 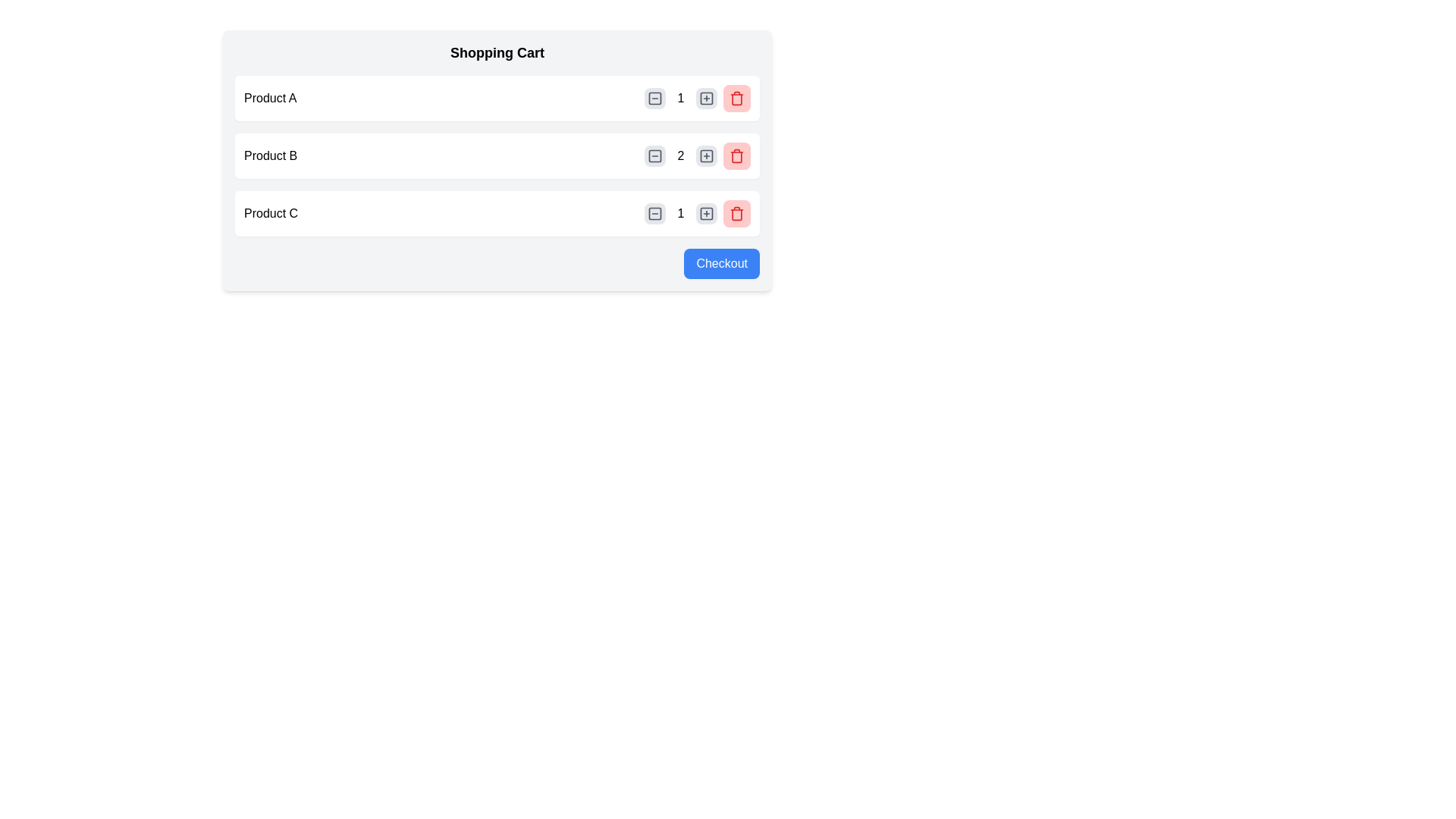 What do you see at coordinates (497, 155) in the screenshot?
I see `the item entry for 'Product B' in the shopping cart` at bounding box center [497, 155].